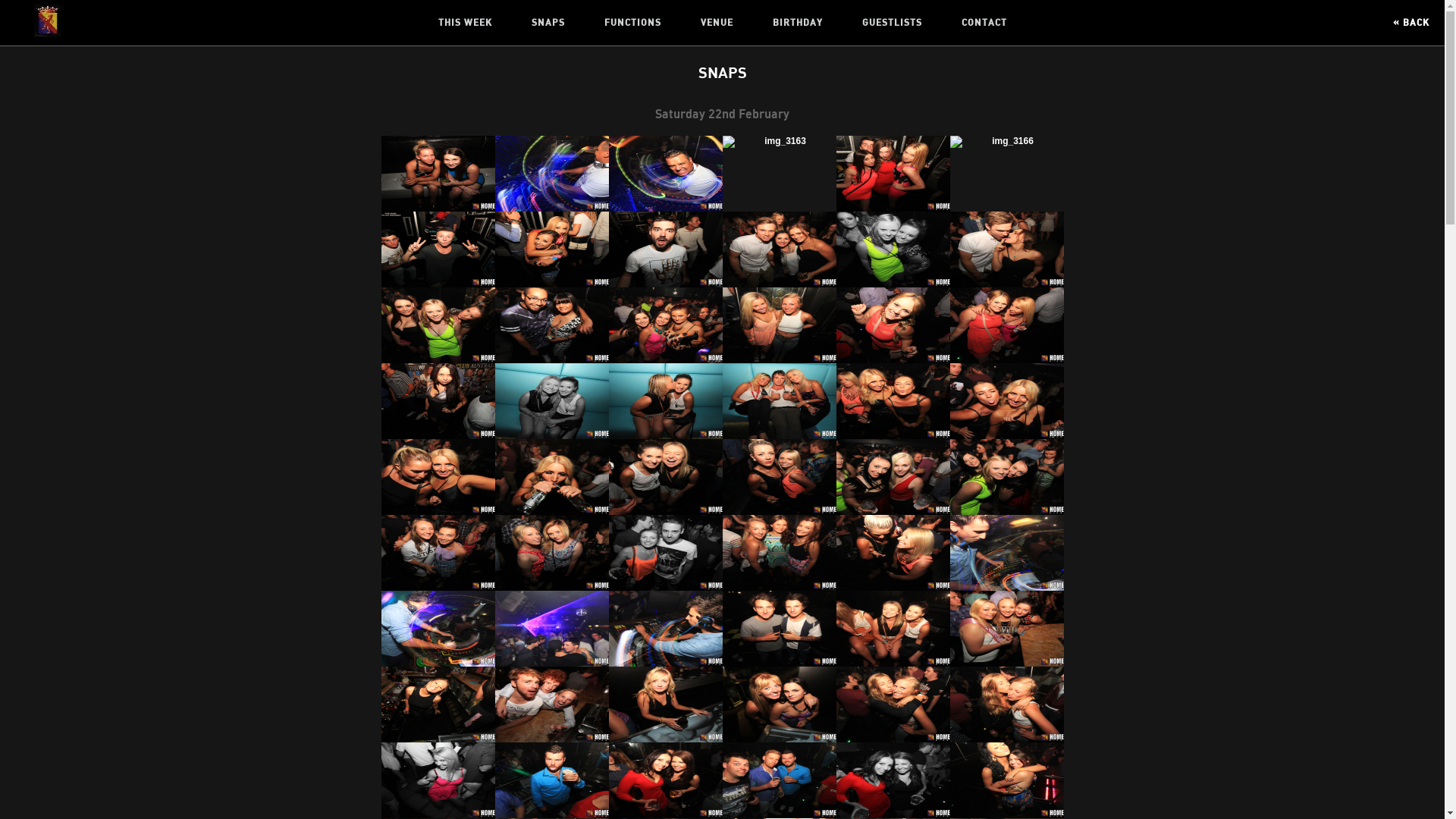  I want to click on ' ', so click(550, 780).